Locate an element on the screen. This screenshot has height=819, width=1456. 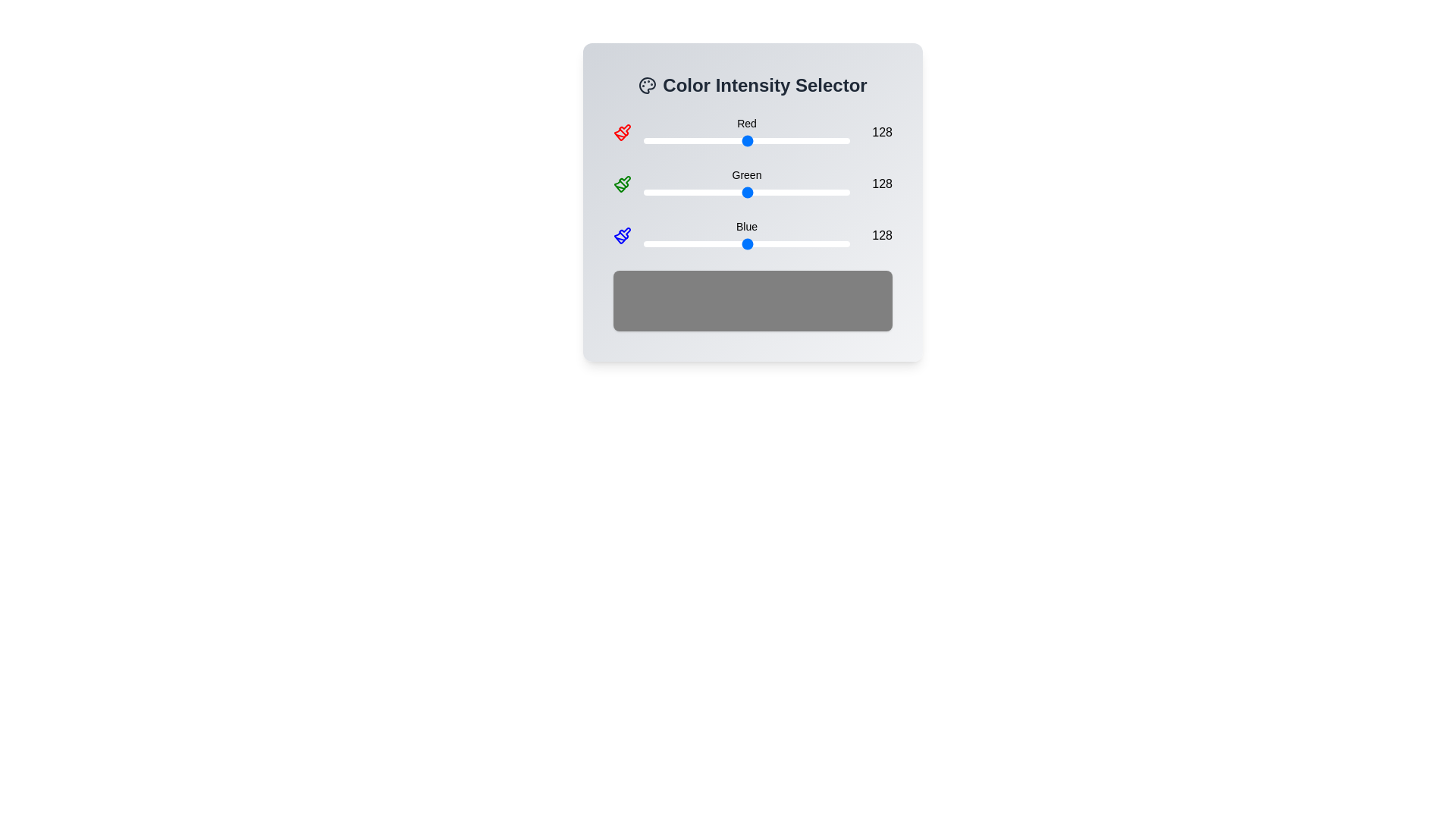
the 'Green' color channel icon in the Color Intensity Selector interface, which is the second icon from the top, located to the left of the label 'Green.' is located at coordinates (620, 186).